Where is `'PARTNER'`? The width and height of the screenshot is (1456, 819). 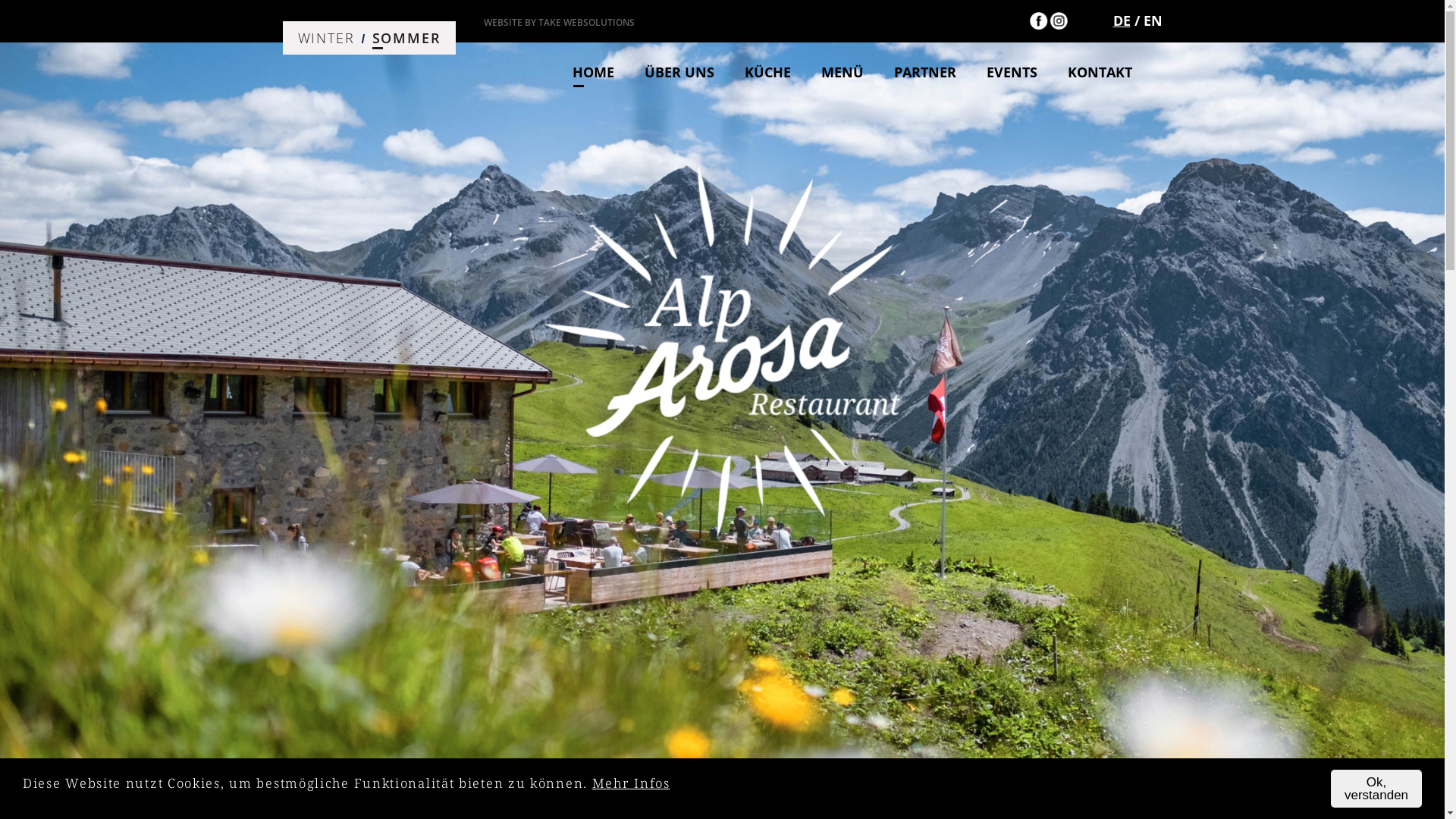 'PARTNER' is located at coordinates (938, 72).